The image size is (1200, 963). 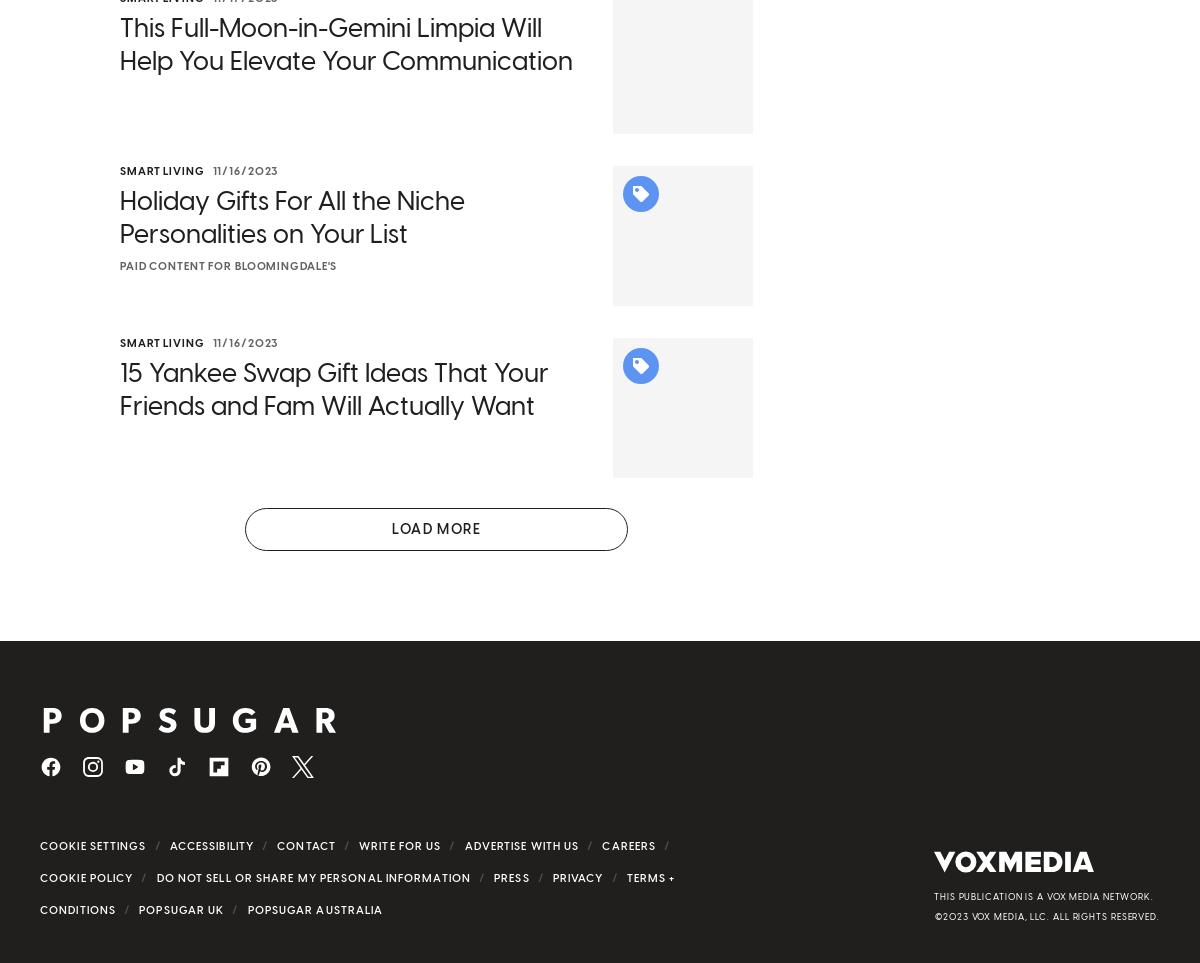 I want to click on 'Privacy', so click(x=576, y=904).